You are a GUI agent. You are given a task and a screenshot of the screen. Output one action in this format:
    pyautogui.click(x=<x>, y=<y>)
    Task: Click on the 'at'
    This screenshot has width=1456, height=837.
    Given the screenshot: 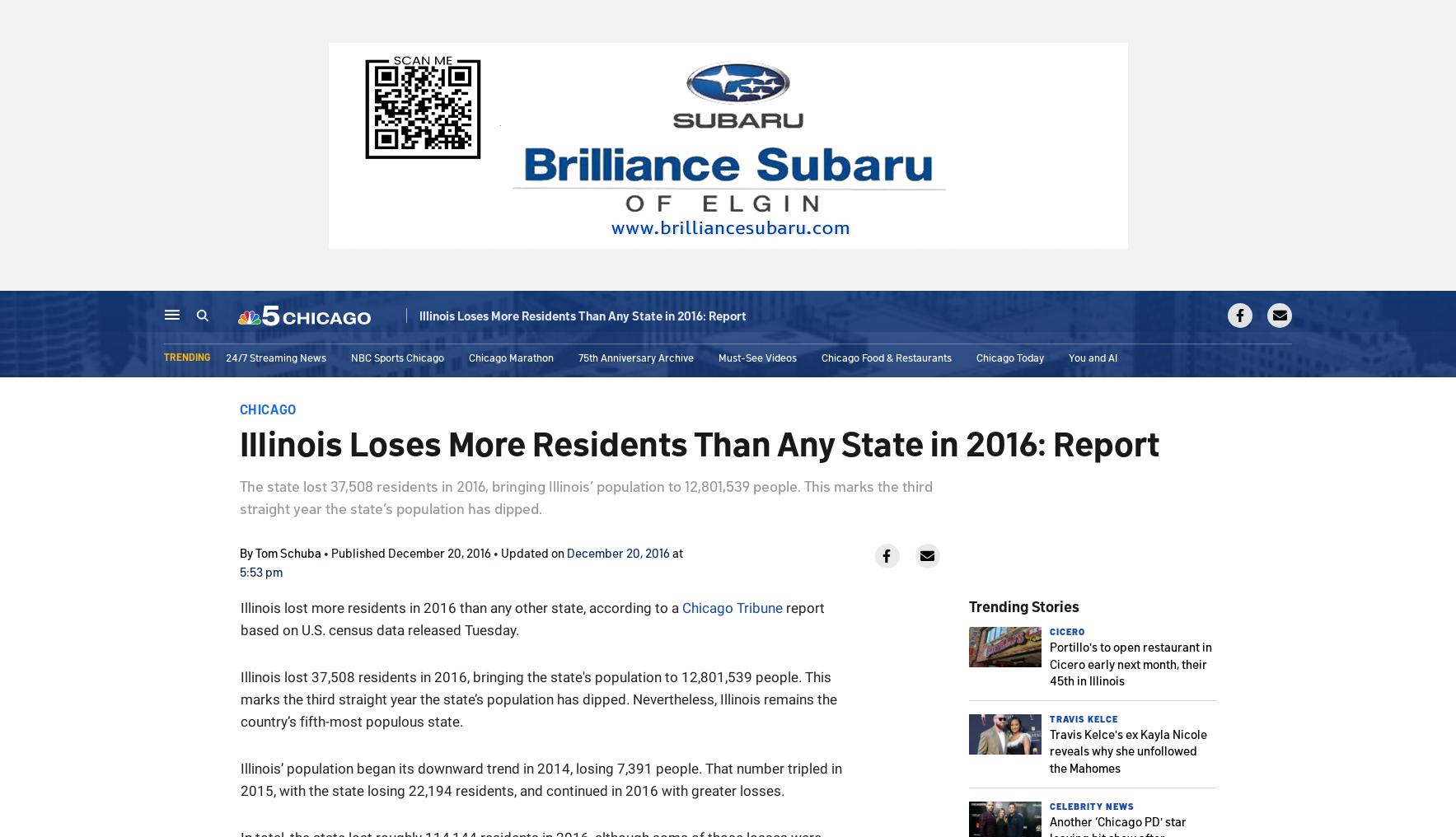 What is the action you would take?
    pyautogui.click(x=675, y=551)
    